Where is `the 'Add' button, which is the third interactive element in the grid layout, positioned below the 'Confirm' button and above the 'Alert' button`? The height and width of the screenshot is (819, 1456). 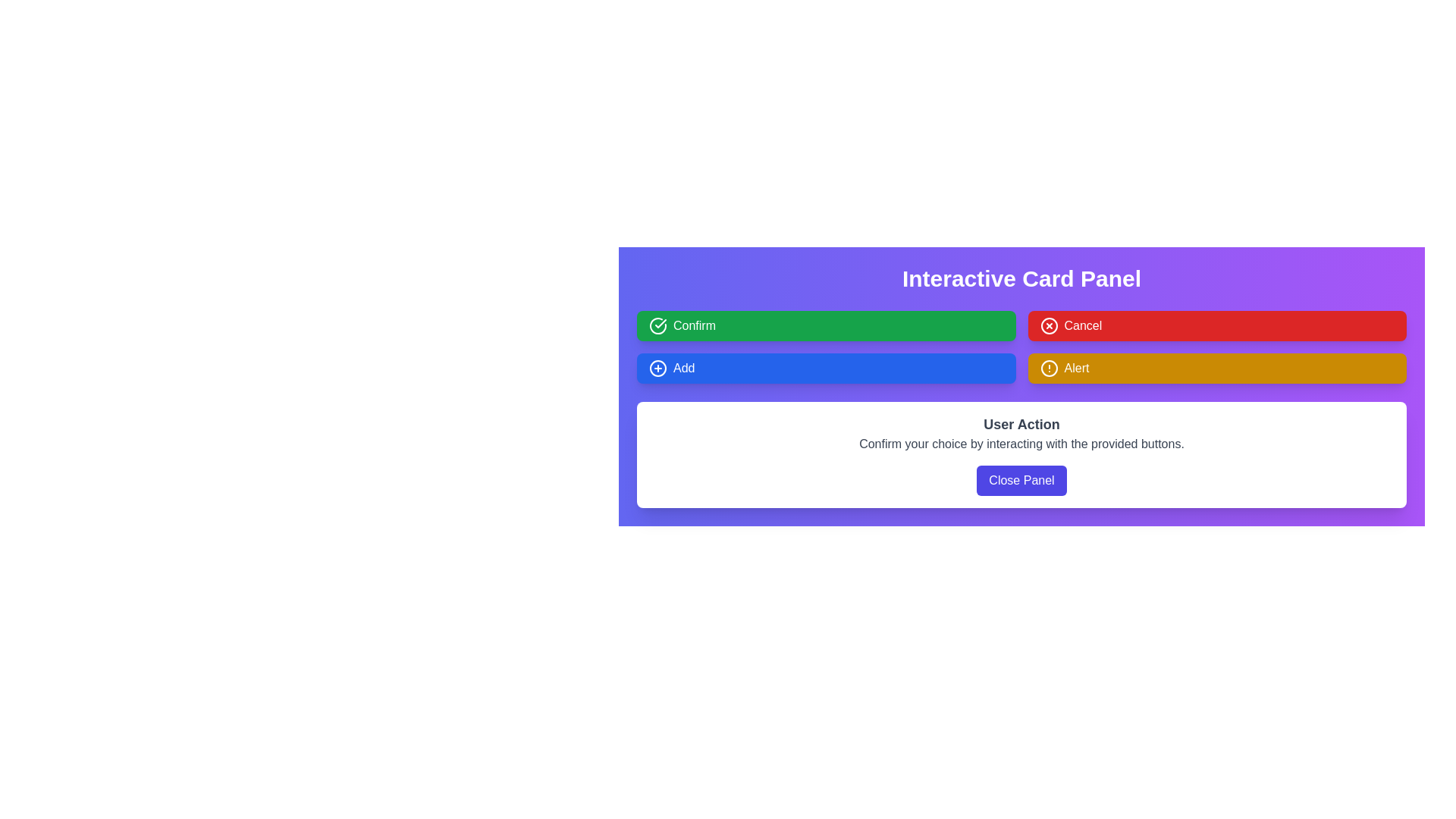
the 'Add' button, which is the third interactive element in the grid layout, positioned below the 'Confirm' button and above the 'Alert' button is located at coordinates (825, 369).